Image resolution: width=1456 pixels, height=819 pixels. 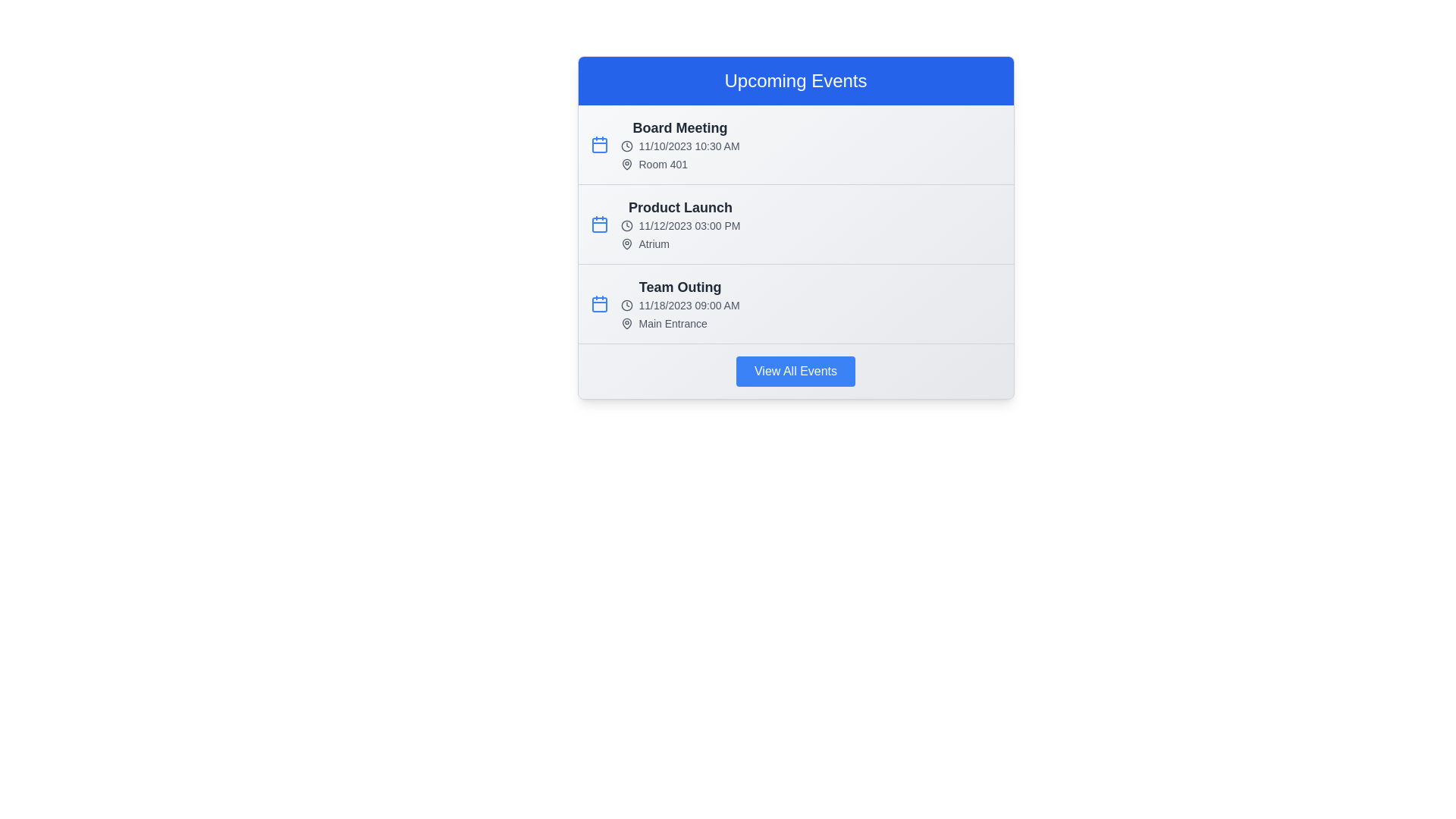 I want to click on the decorative SVG Circle that represents the outer boundary of the clock icon in the Upcoming Events section, so click(x=626, y=305).